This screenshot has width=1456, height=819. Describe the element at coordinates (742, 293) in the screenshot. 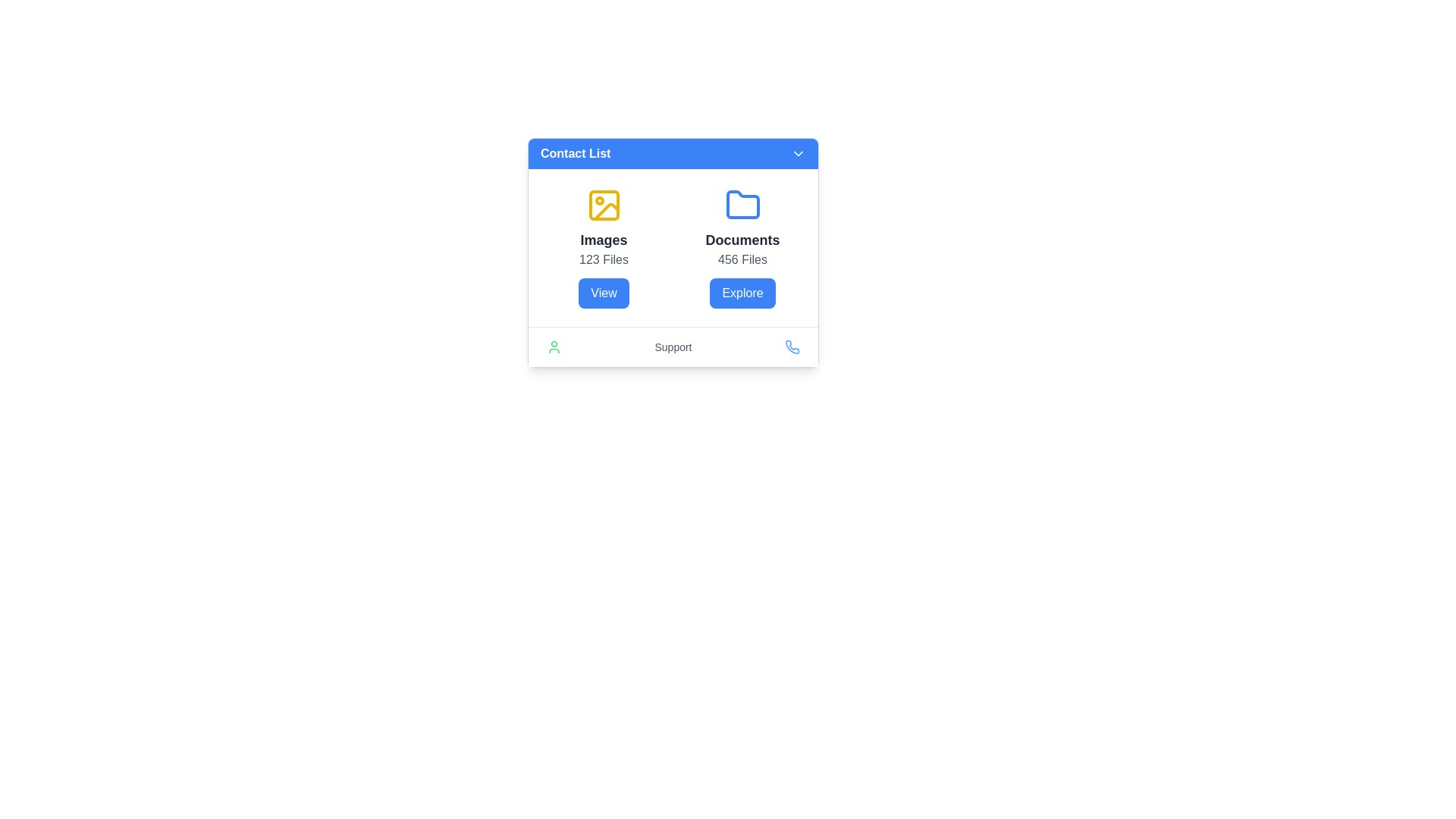

I see `the blue rectangular button labeled 'Explore' located in the bottom right corner of the 'Documents' section to trigger the hover effect that darkens its color` at that location.